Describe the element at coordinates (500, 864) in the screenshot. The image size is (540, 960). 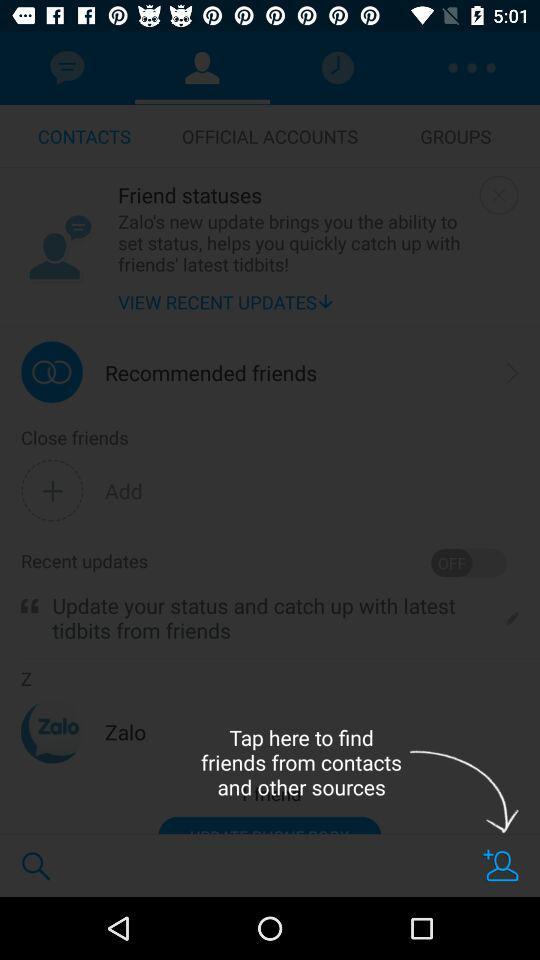
I see `friends` at that location.